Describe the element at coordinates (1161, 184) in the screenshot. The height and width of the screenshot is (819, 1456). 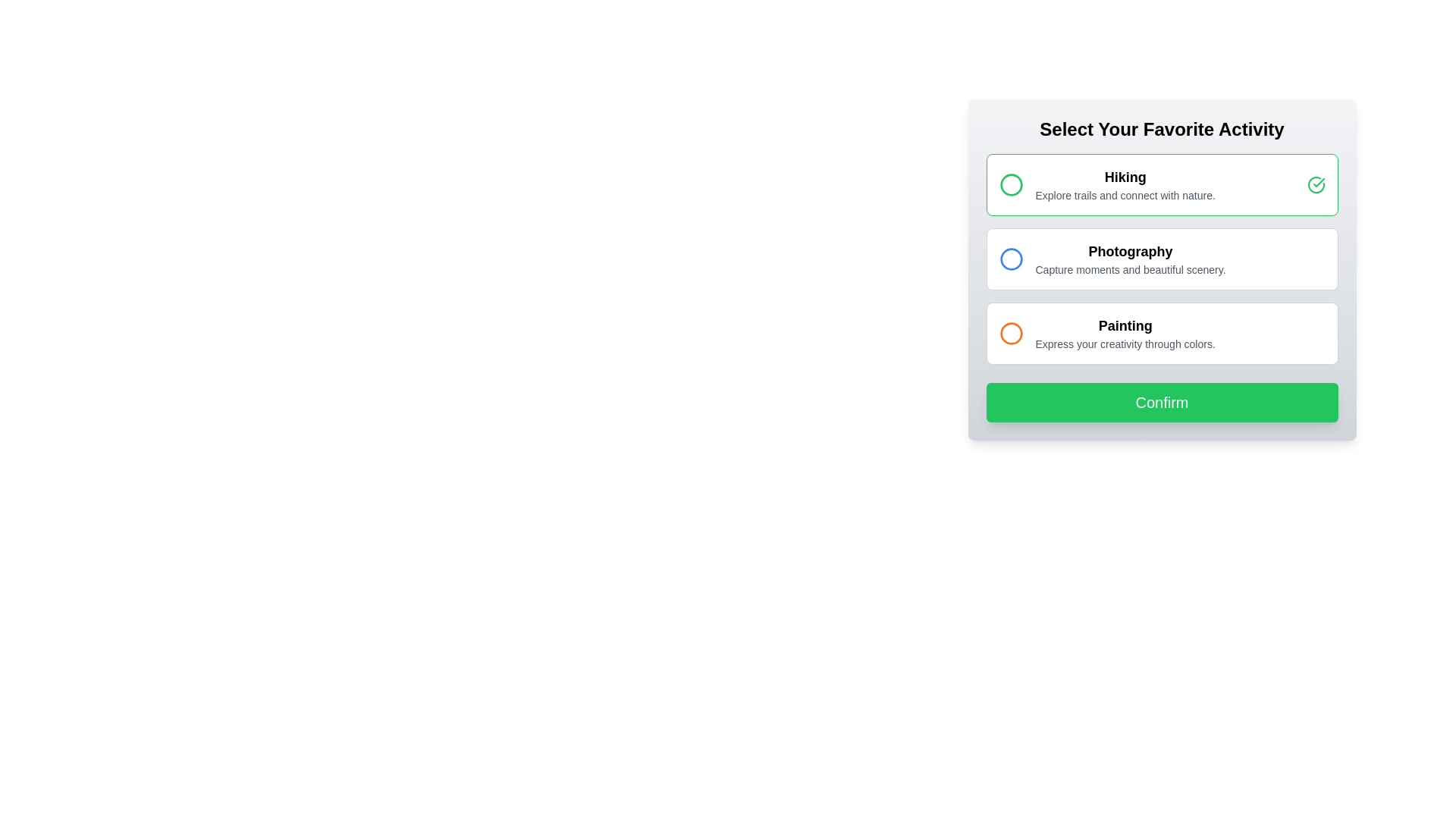
I see `the 'Hiking' radio button option` at that location.